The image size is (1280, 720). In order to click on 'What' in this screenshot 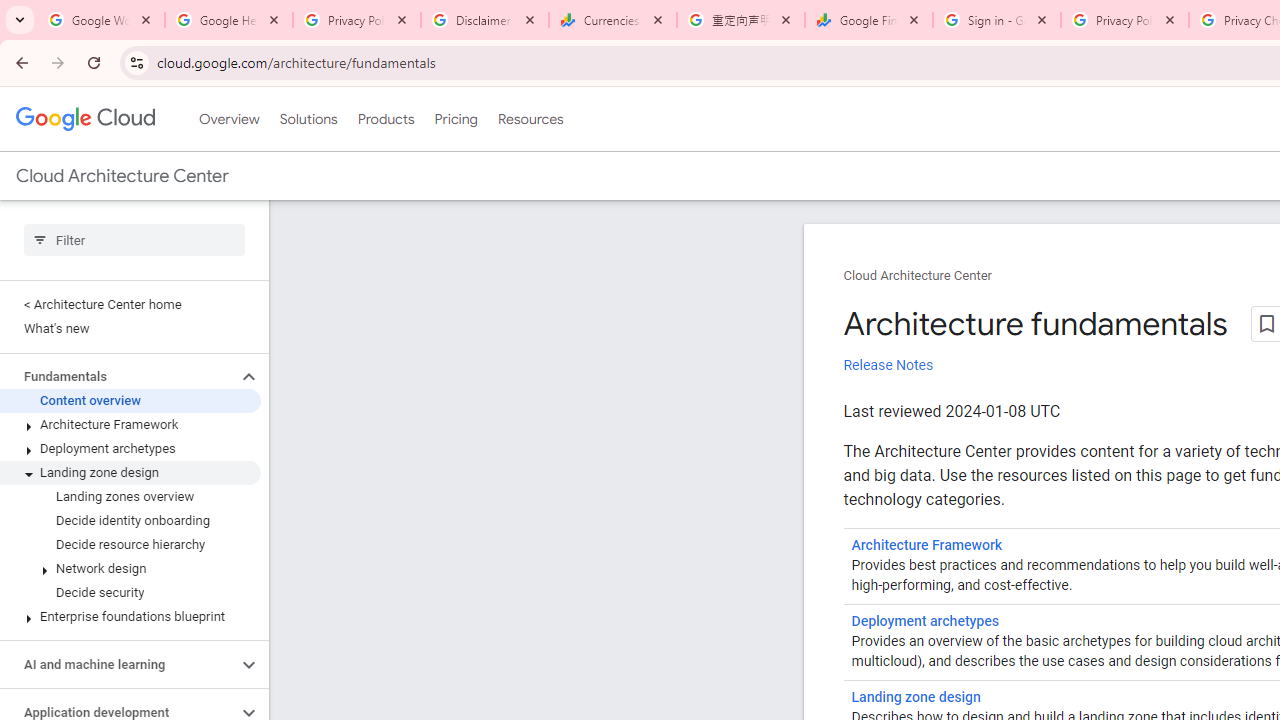, I will do `click(129, 328)`.